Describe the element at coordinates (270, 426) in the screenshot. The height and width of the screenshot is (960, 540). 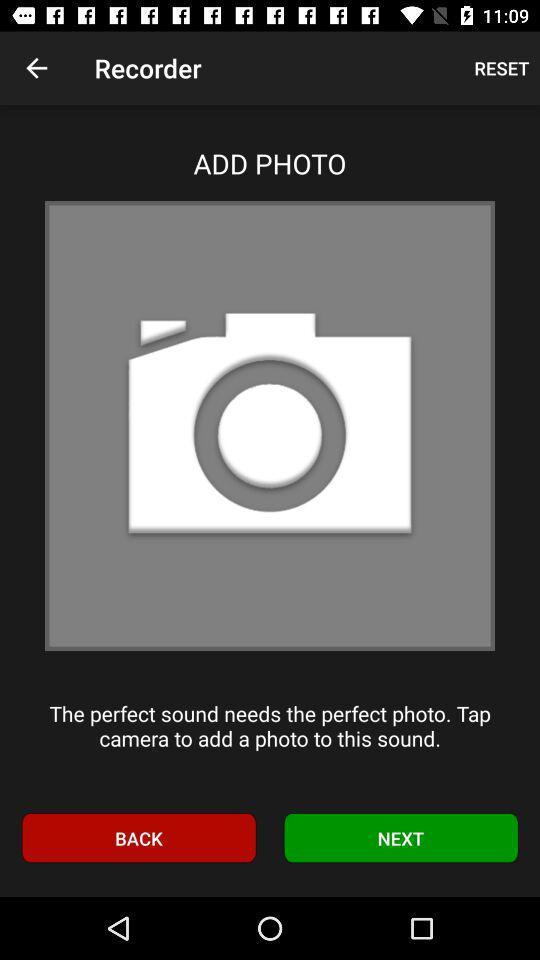
I see `icon below add photo icon` at that location.